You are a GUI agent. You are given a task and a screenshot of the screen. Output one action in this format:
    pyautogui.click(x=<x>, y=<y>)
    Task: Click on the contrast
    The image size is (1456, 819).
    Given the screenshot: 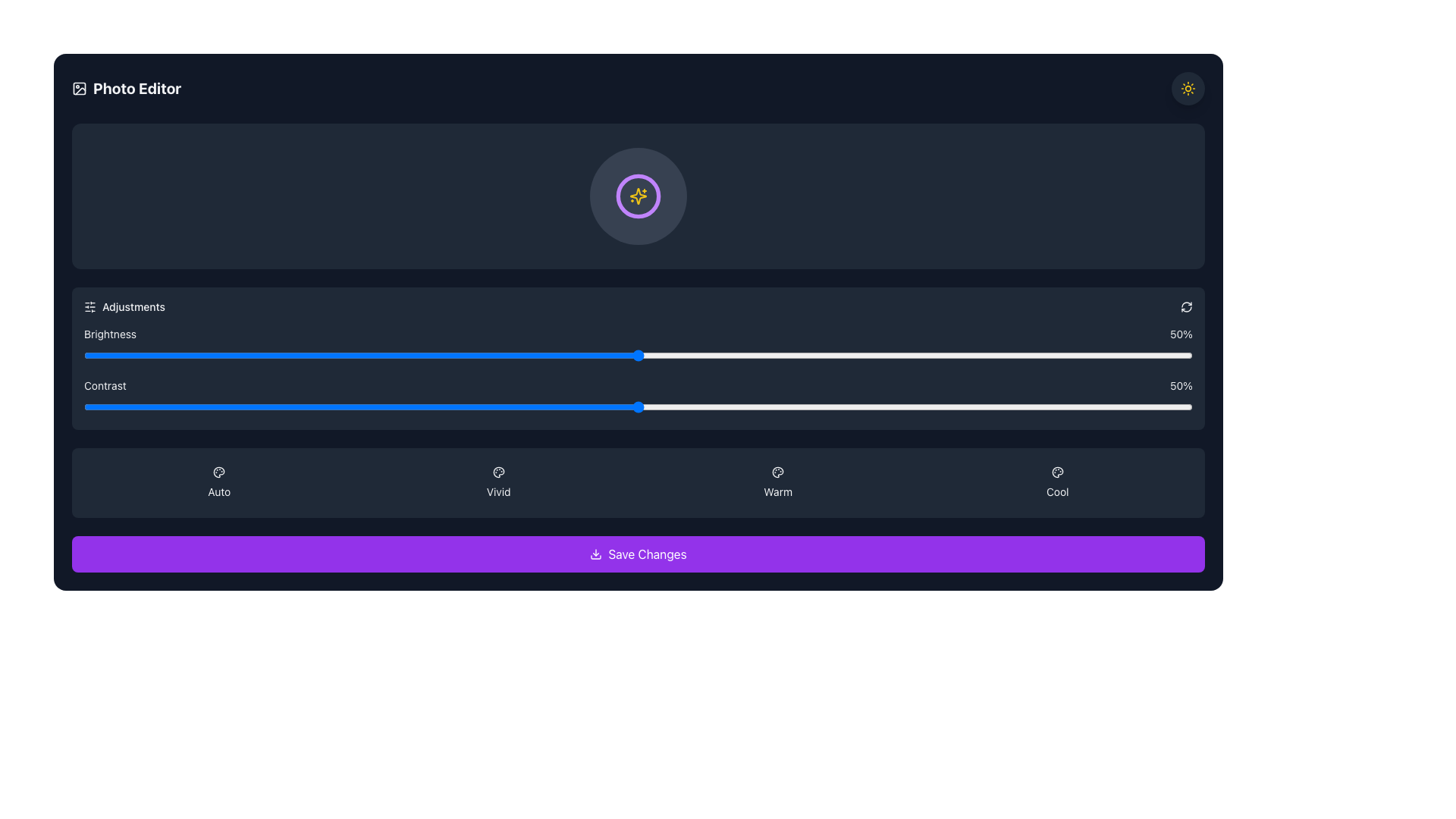 What is the action you would take?
    pyautogui.click(x=627, y=406)
    